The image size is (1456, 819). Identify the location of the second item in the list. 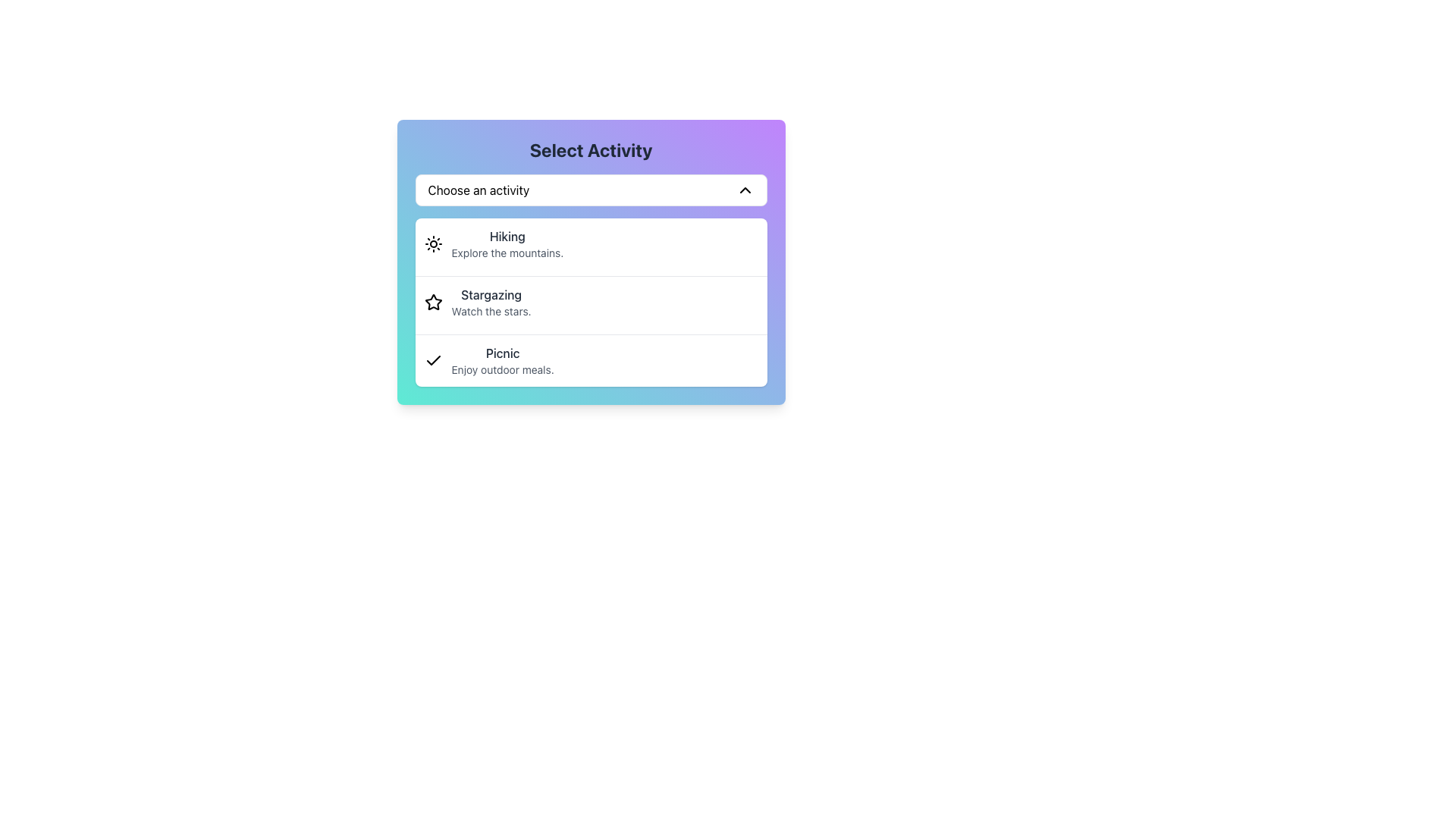
(590, 302).